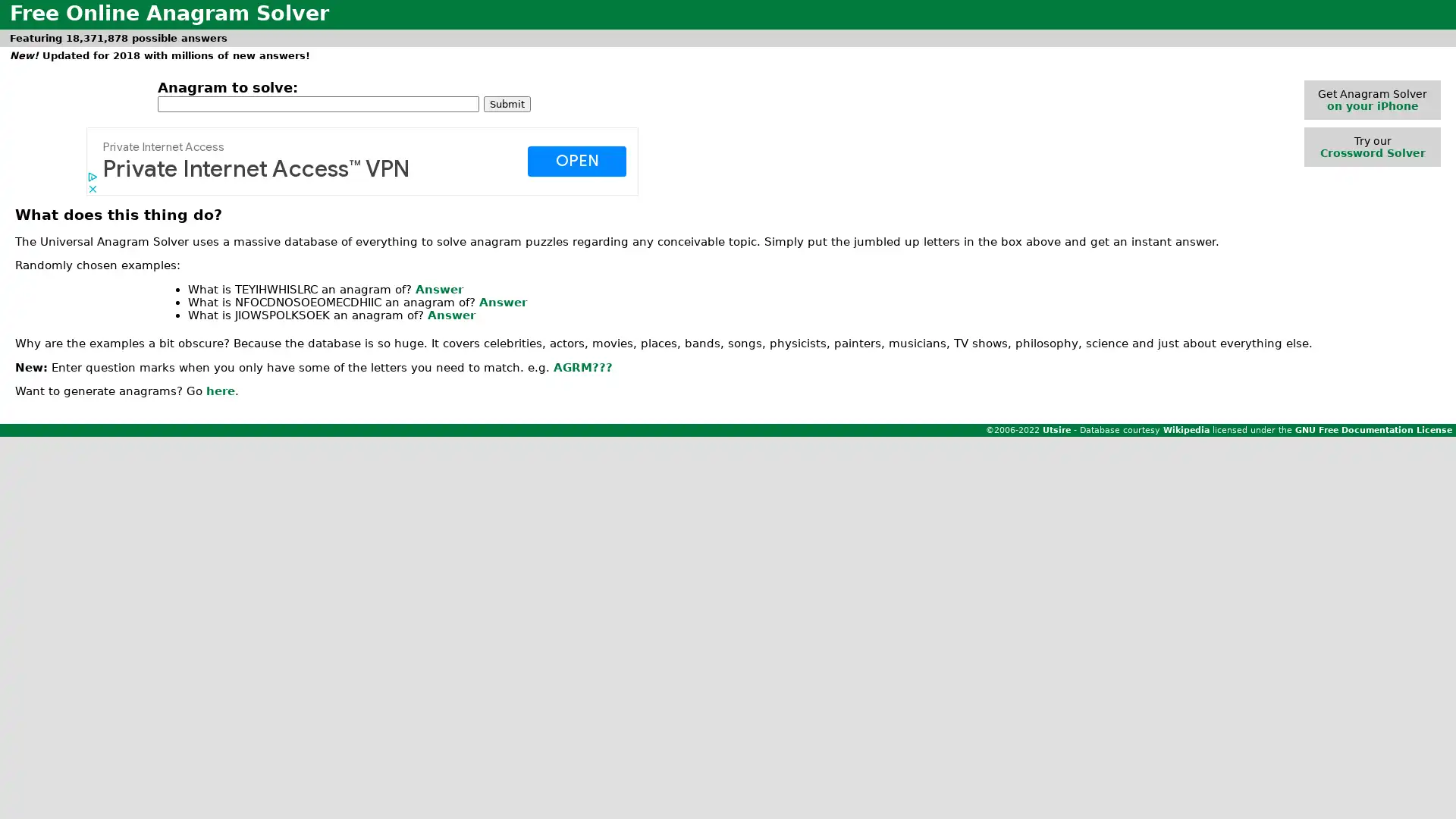 This screenshot has width=1456, height=819. I want to click on Submit, so click(507, 102).